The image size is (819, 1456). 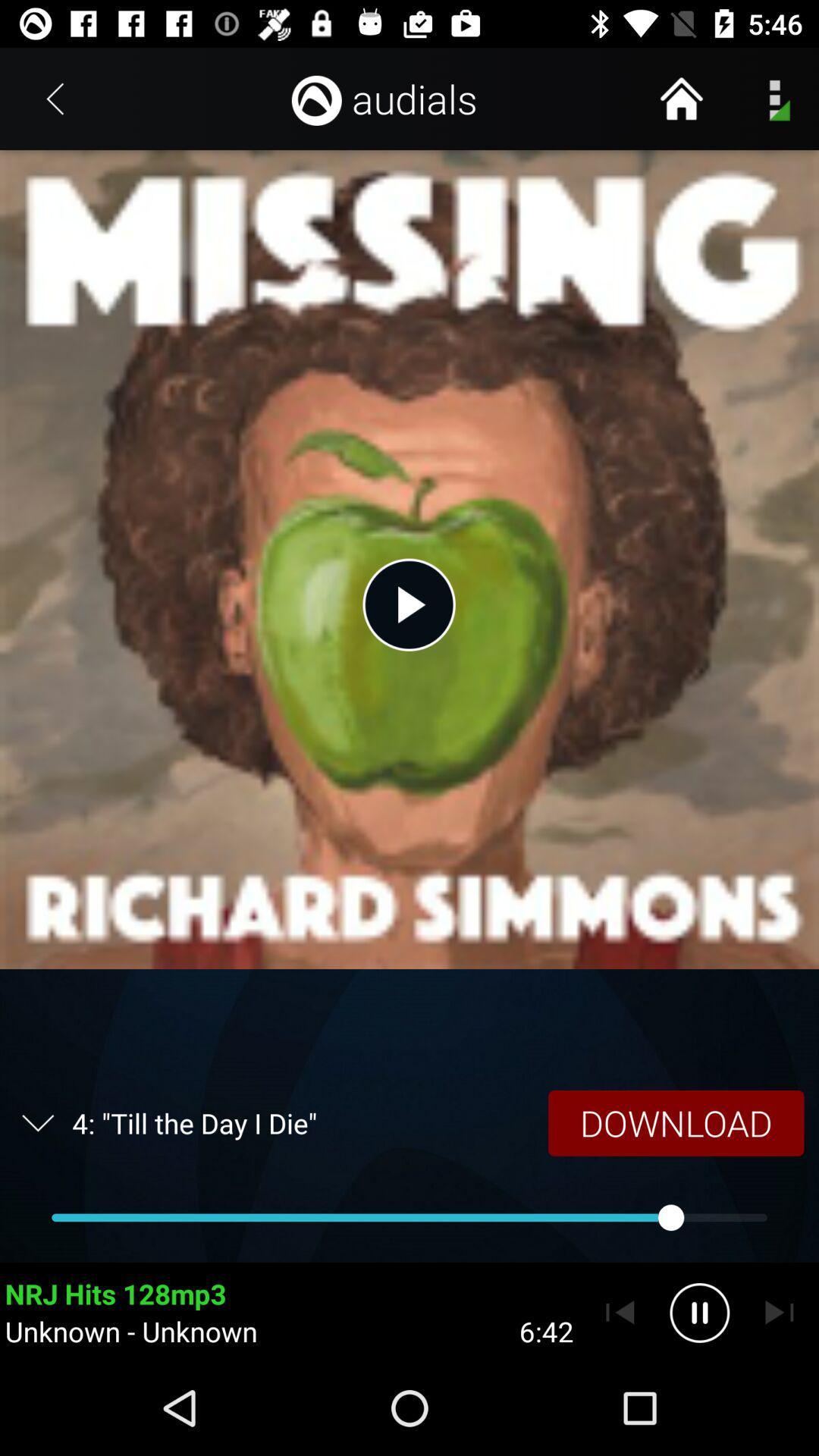 I want to click on home button, so click(x=680, y=98).